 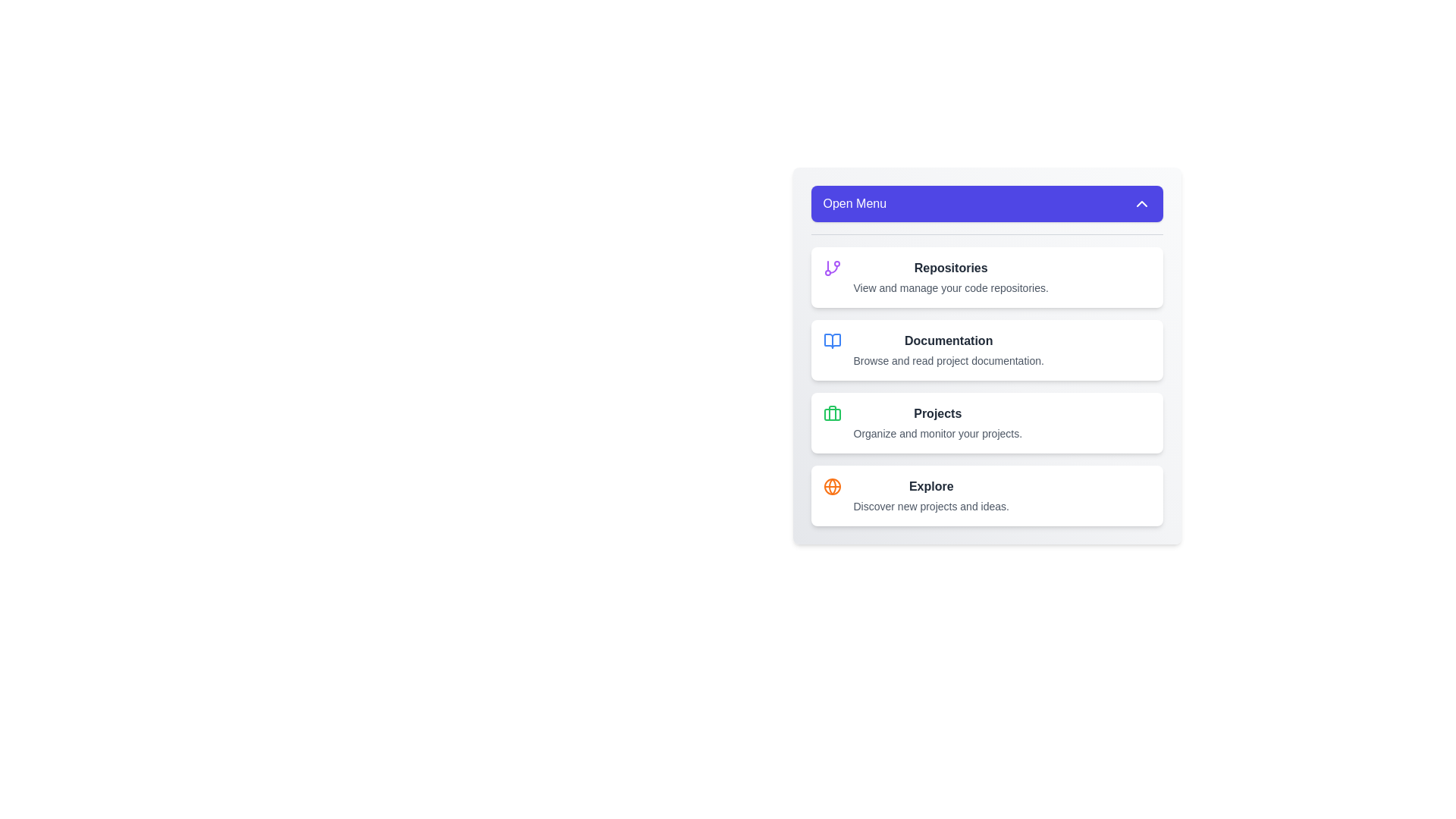 What do you see at coordinates (930, 506) in the screenshot?
I see `the text label that contains the description 'Discover new projects and ideas.' located below the title 'Explore' in the bottom-right portion of the menu panel` at bounding box center [930, 506].